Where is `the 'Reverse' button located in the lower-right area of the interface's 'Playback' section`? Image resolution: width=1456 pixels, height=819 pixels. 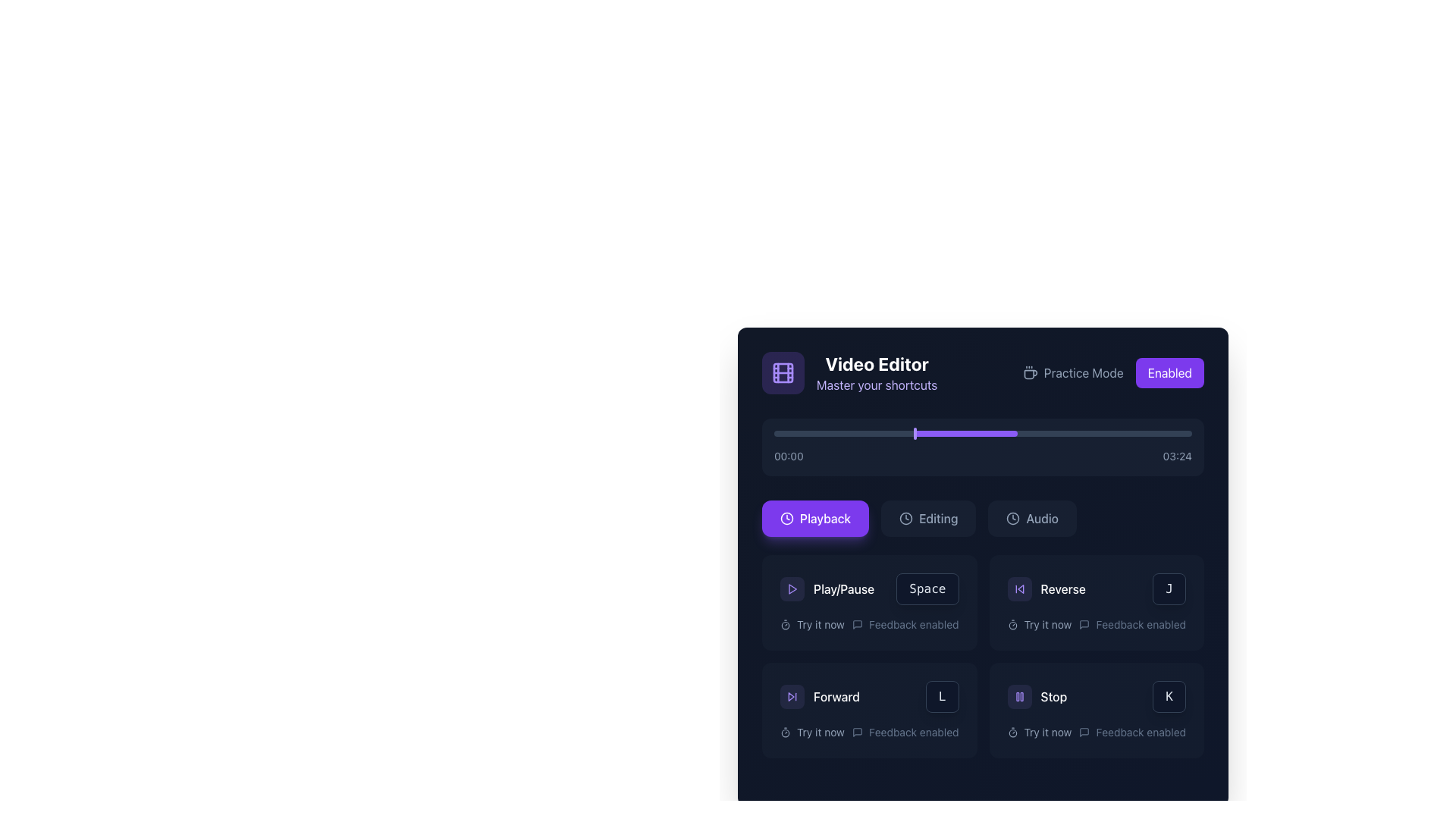
the 'Reverse' button located in the lower-right area of the interface's 'Playback' section is located at coordinates (1046, 588).